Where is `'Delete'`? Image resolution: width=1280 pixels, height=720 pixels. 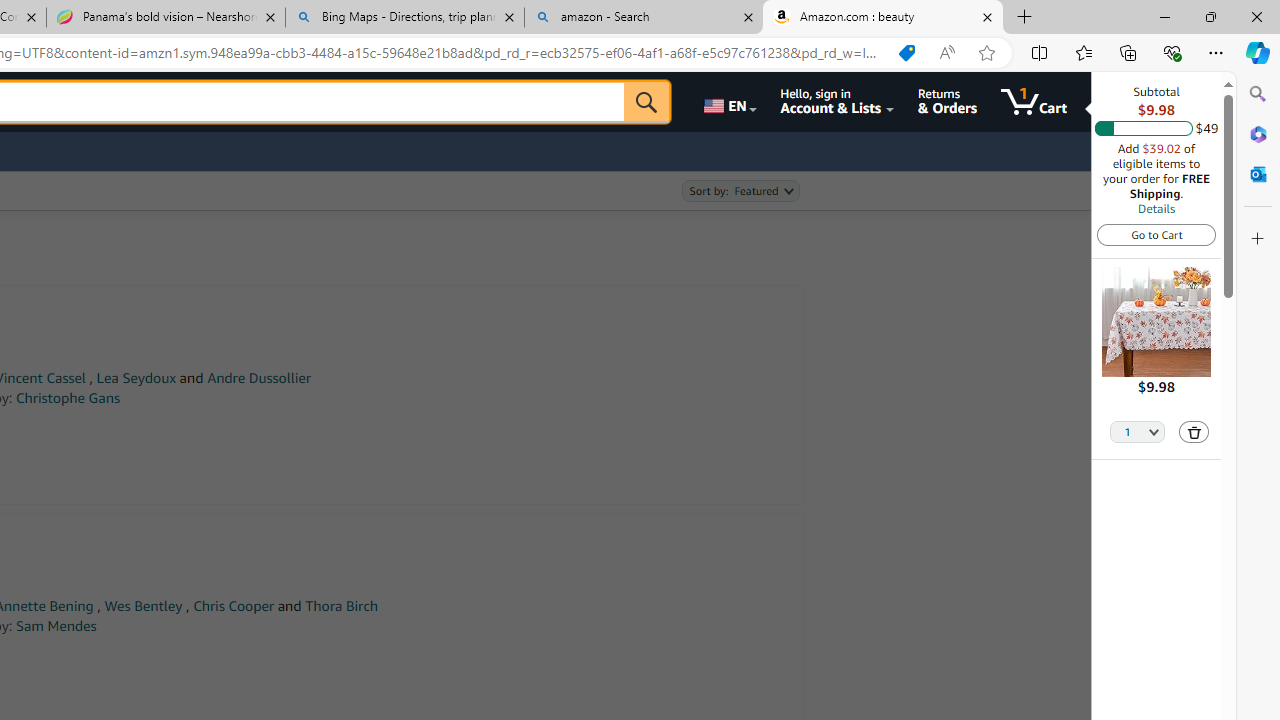 'Delete' is located at coordinates (1194, 431).